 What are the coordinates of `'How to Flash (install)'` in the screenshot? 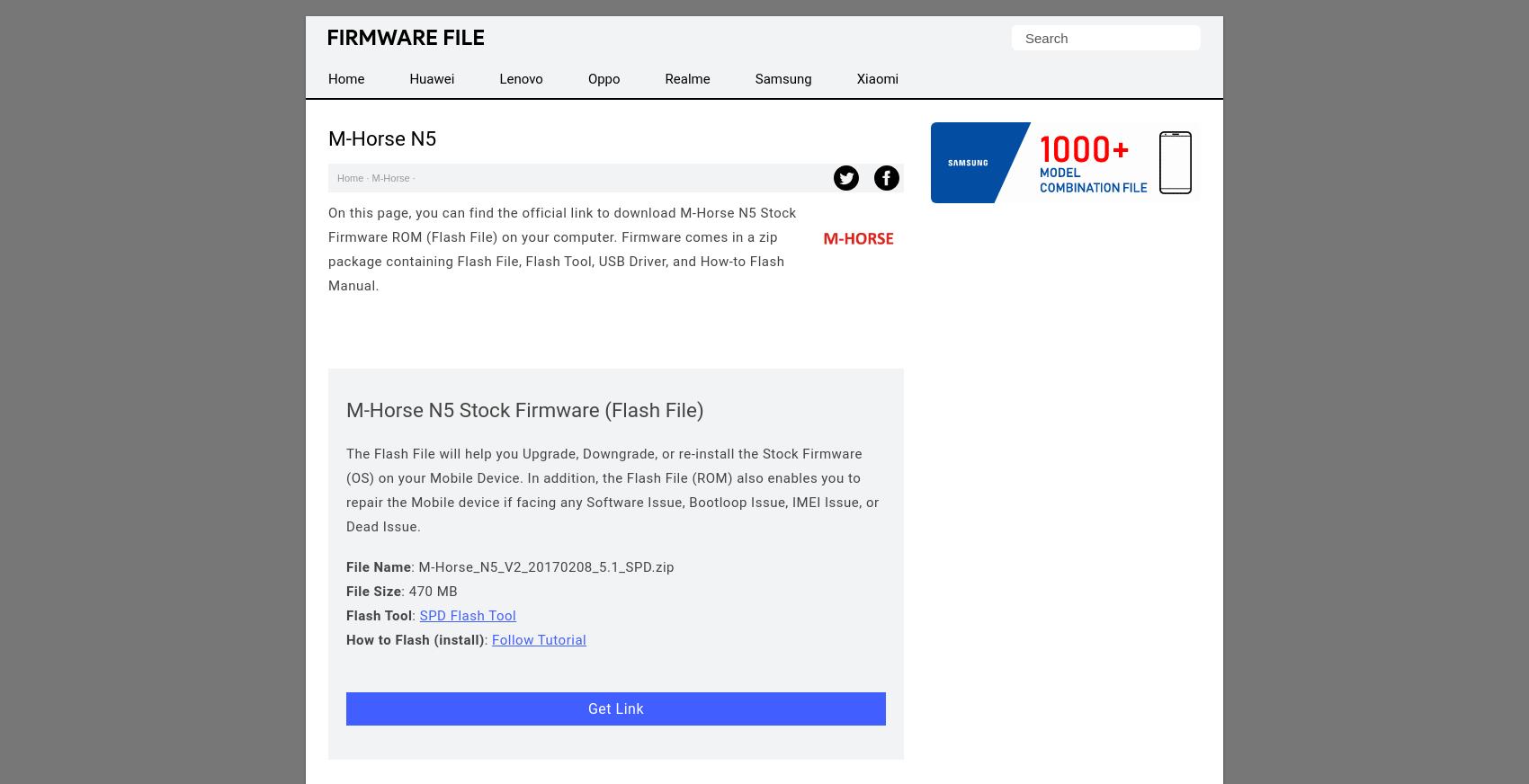 It's located at (345, 638).